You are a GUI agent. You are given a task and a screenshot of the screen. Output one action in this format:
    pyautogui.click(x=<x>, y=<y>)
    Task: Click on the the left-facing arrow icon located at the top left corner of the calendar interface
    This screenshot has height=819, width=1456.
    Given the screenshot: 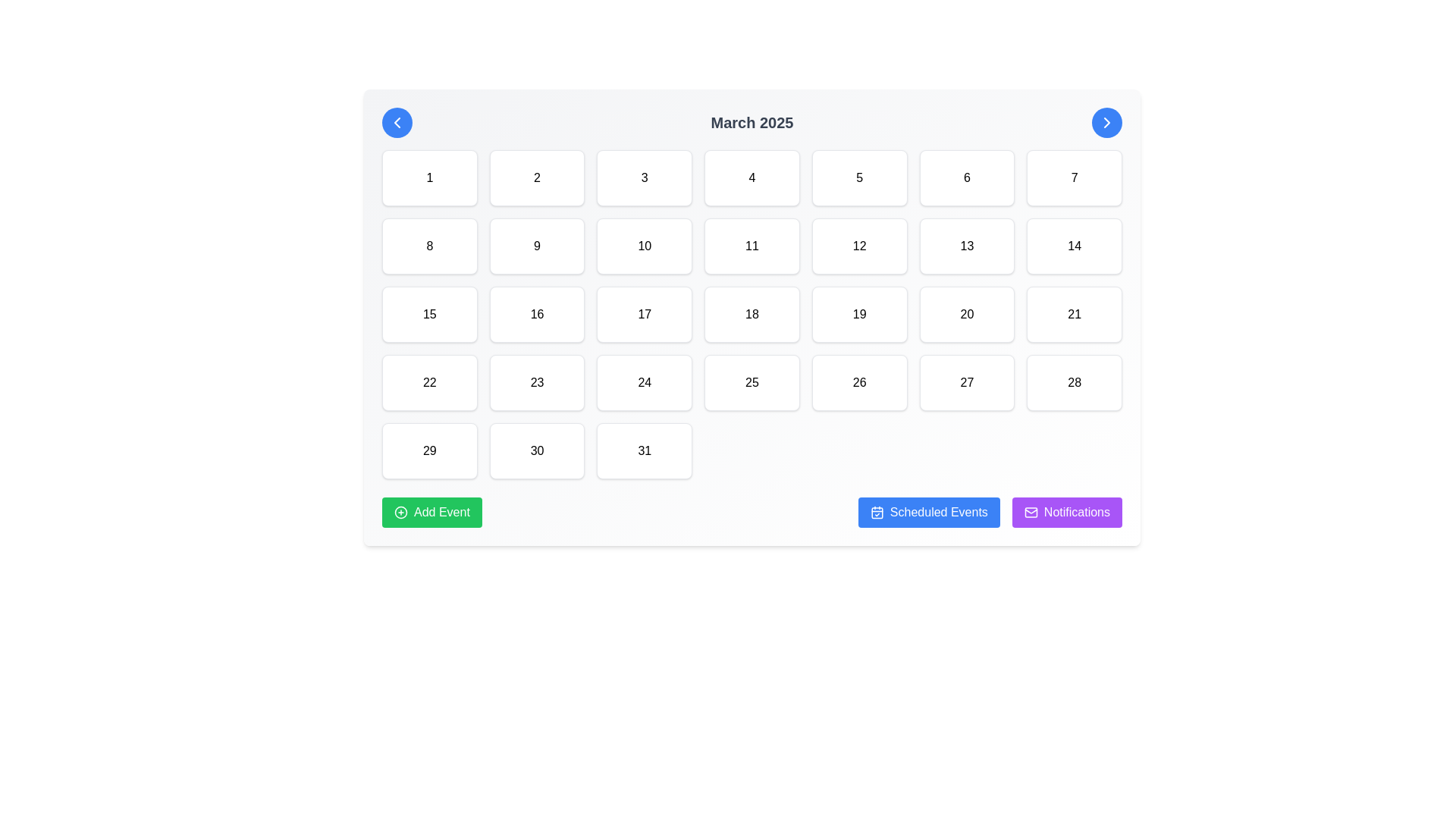 What is the action you would take?
    pyautogui.click(x=397, y=122)
    